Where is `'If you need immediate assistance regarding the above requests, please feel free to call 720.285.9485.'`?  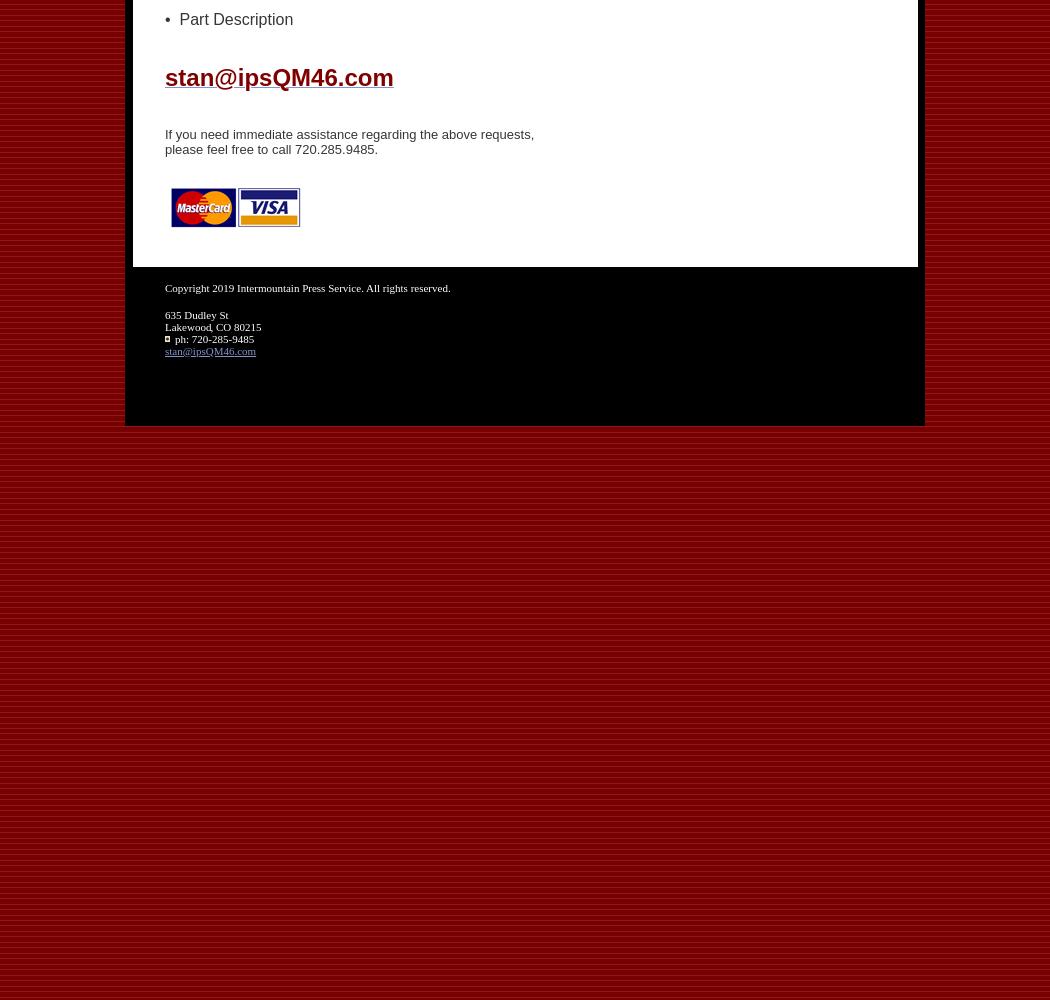 'If you need immediate assistance regarding the above requests, please feel free to call 720.285.9485.' is located at coordinates (164, 141).